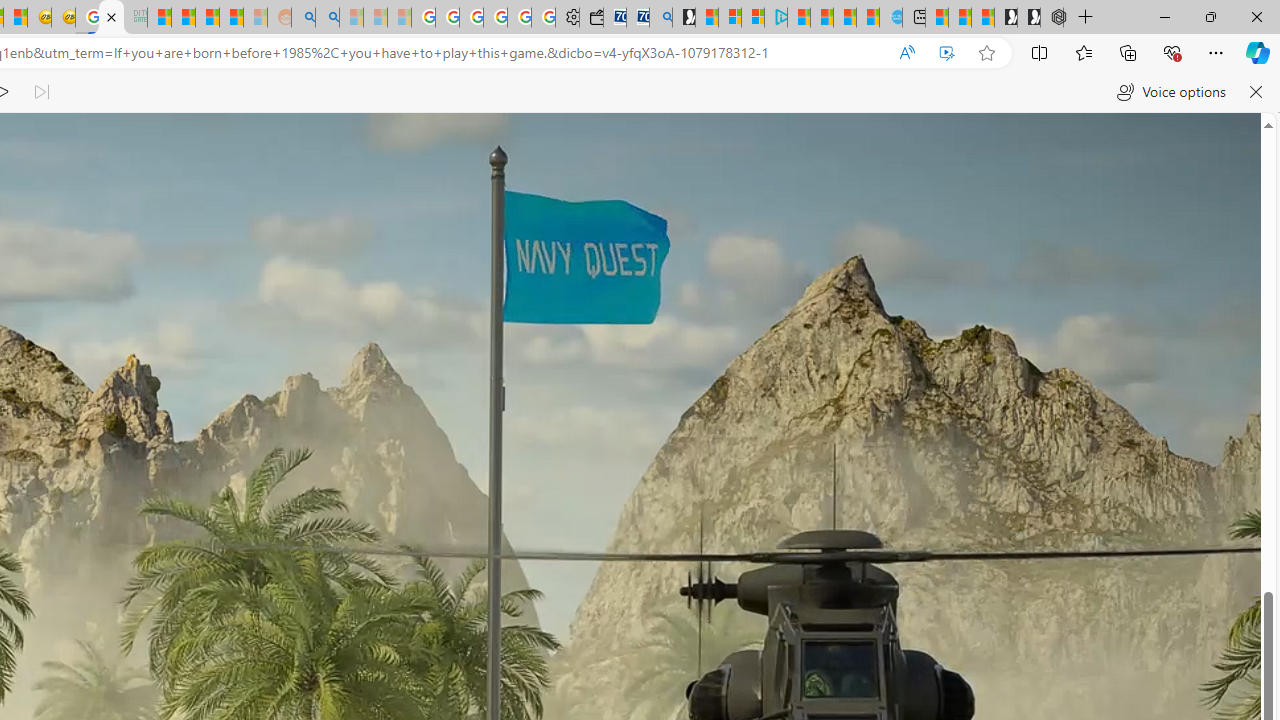  I want to click on 'Close read aloud', so click(1254, 92).